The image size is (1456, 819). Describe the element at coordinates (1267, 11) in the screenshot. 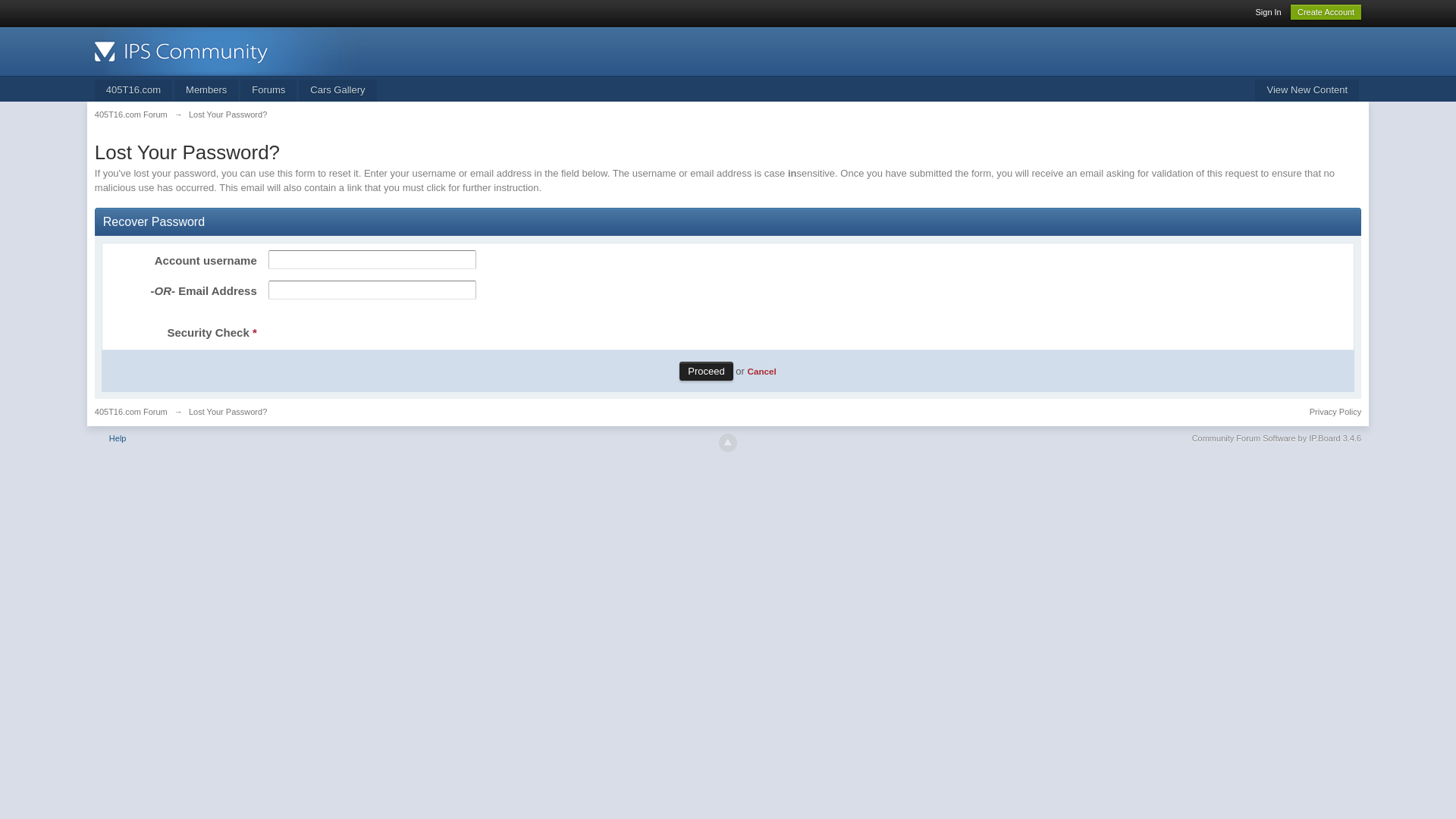

I see `'Sign In'` at that location.